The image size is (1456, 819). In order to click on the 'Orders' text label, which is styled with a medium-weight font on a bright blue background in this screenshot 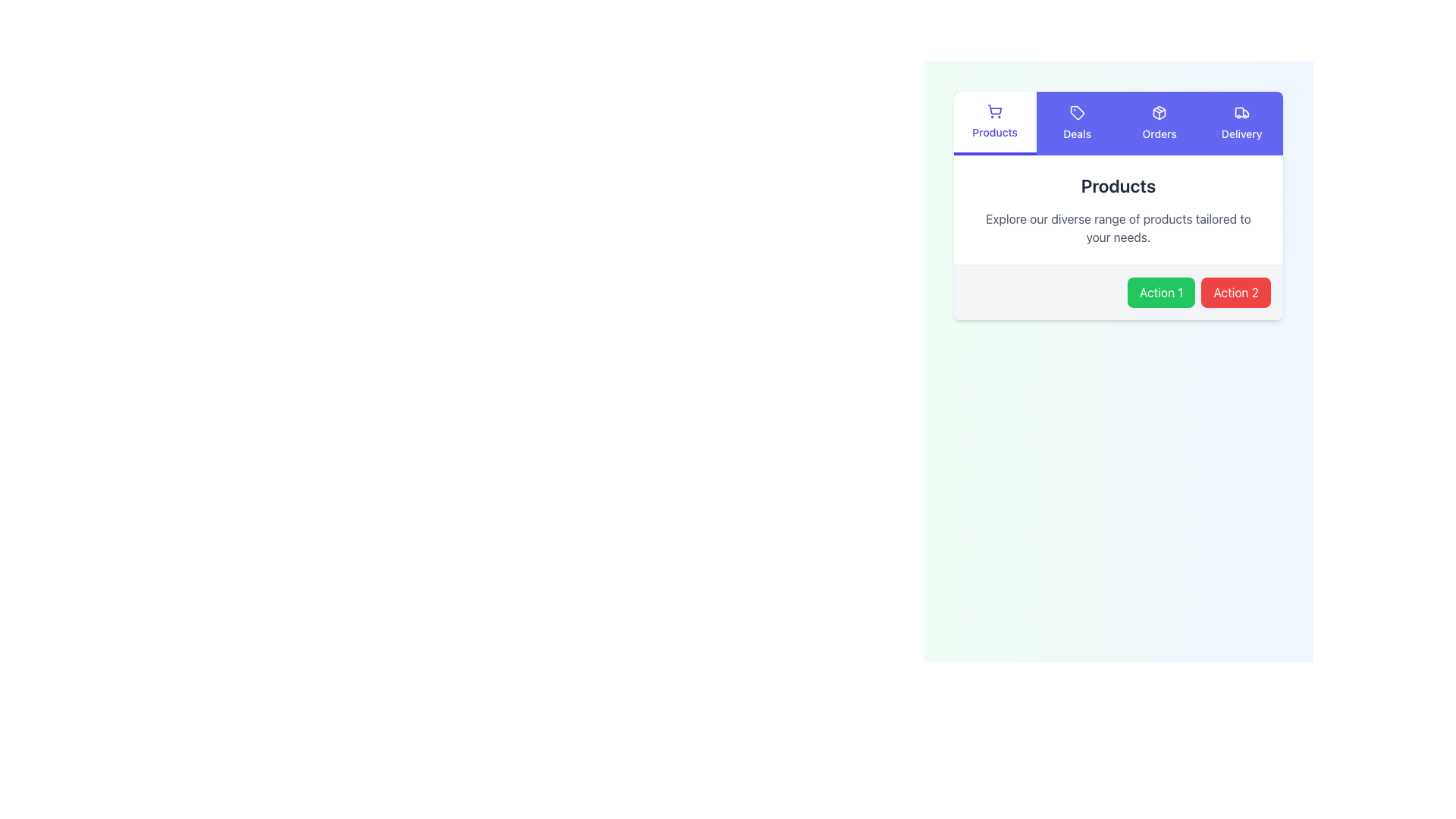, I will do `click(1159, 133)`.